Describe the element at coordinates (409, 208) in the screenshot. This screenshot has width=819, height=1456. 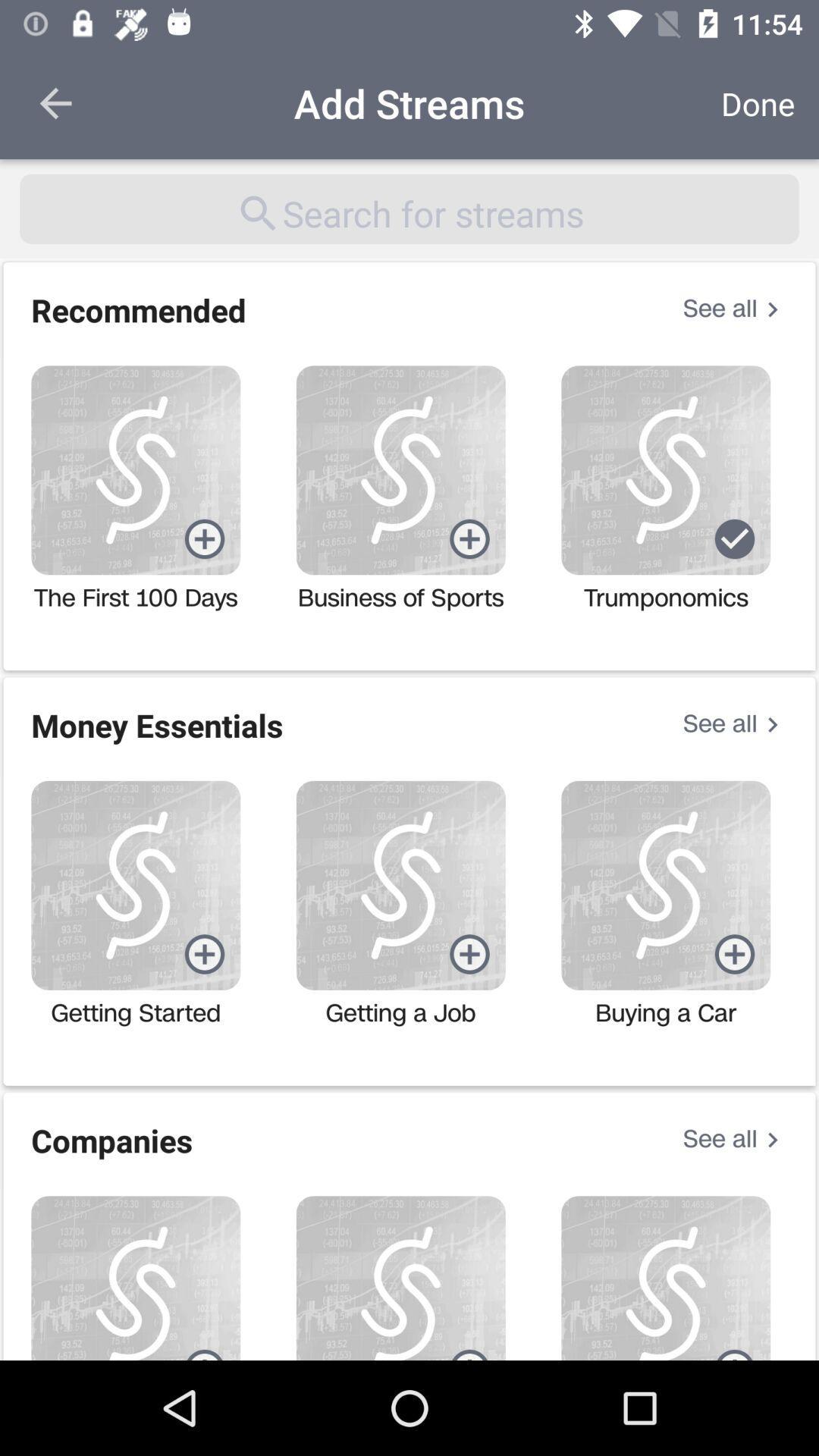
I see `search items` at that location.